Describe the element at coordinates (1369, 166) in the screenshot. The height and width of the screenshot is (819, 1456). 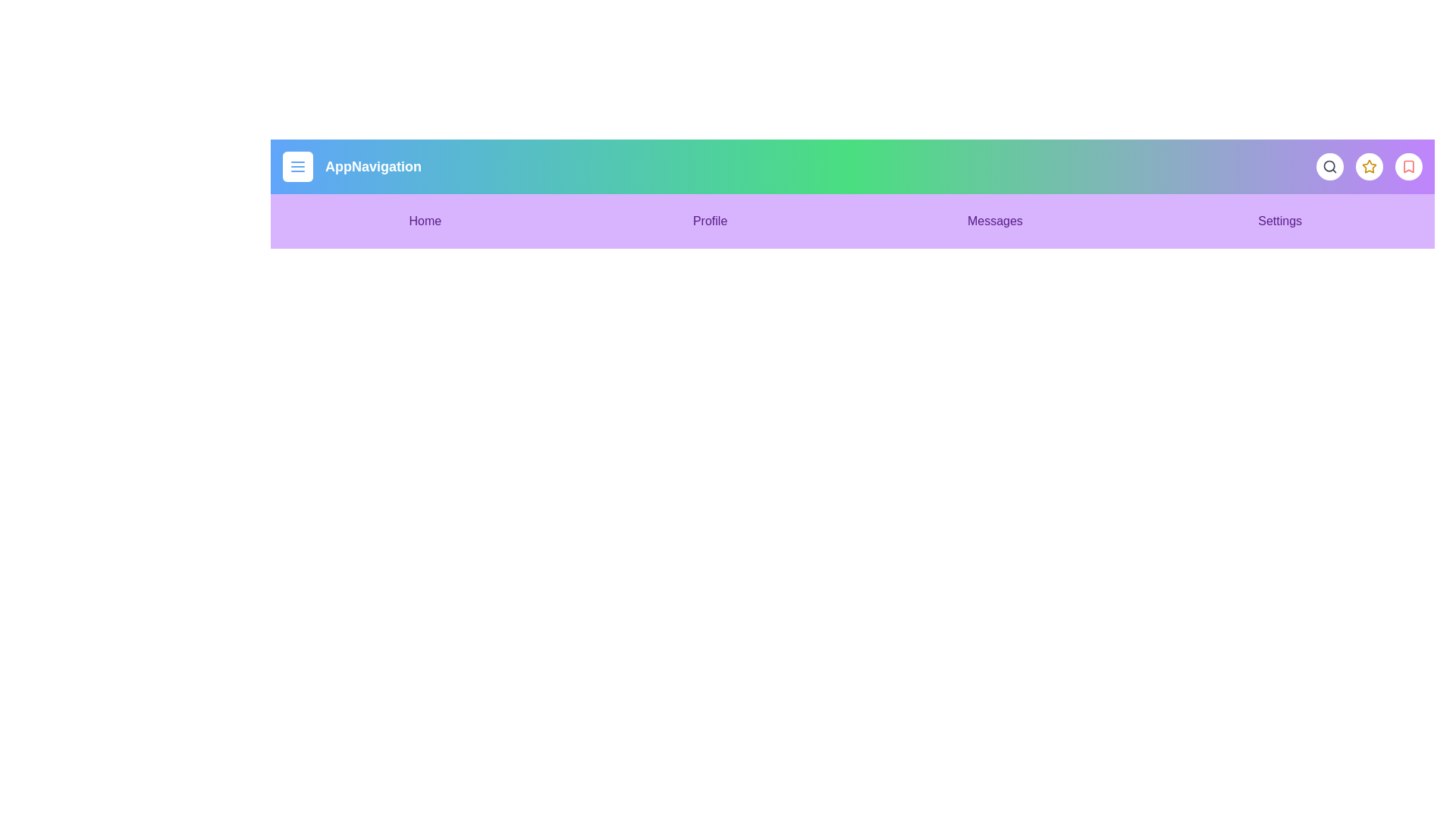
I see `the star icon to mark an item as favorite` at that location.